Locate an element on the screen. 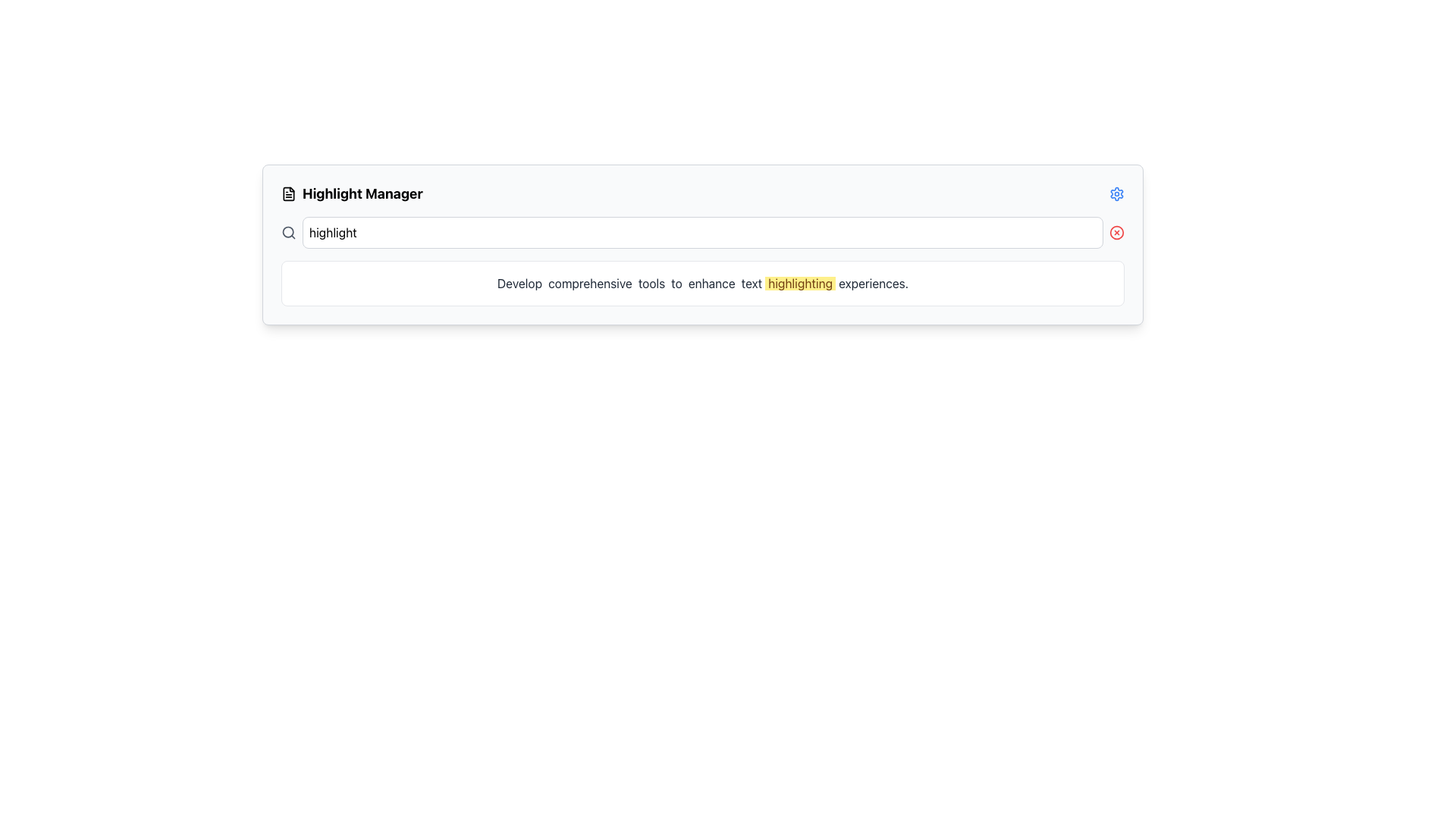 The image size is (1456, 819). the gear icon with a blue outline located at the far right of the header bar labeled 'Highlight Manager' is located at coordinates (1117, 193).